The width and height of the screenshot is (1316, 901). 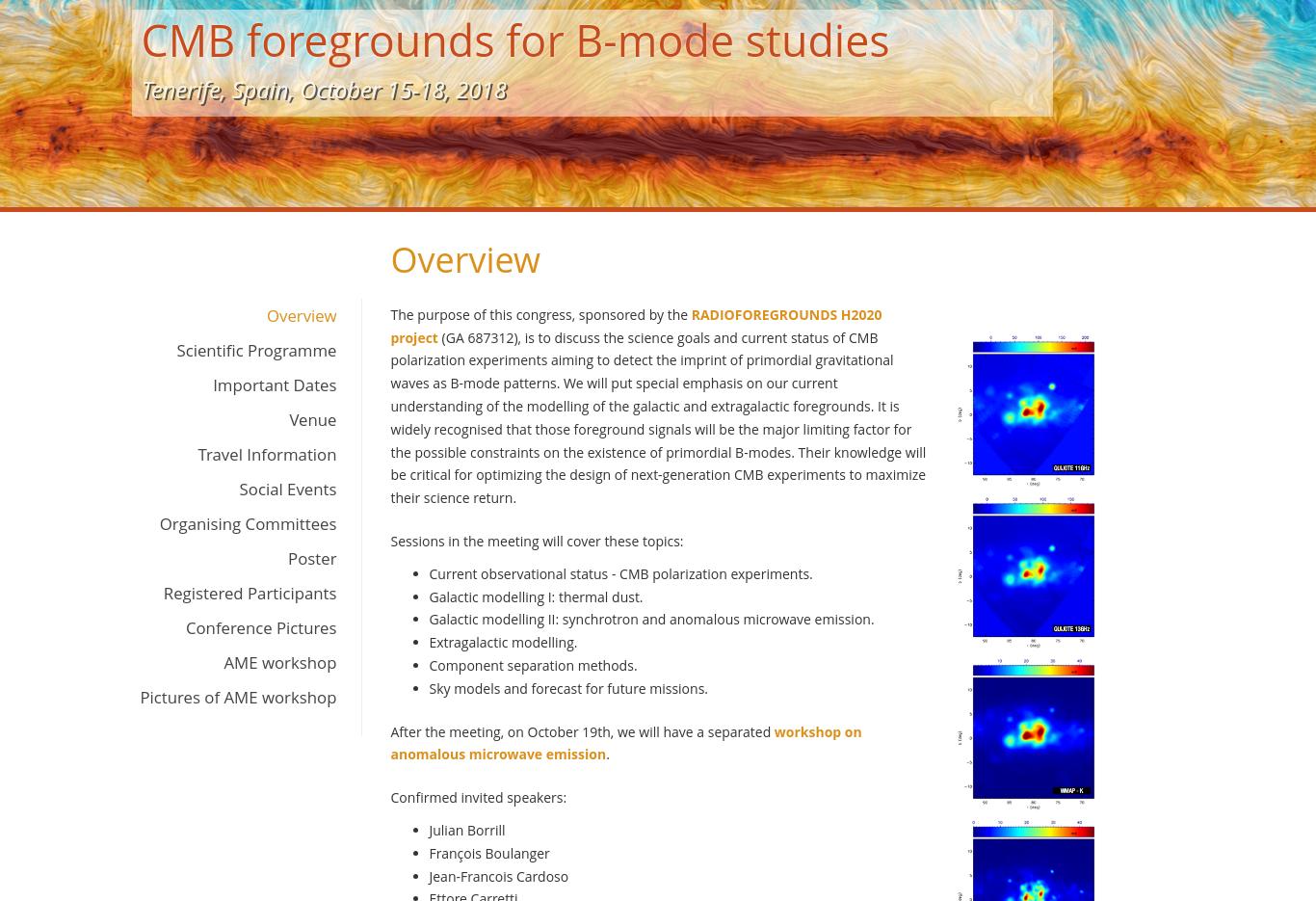 I want to click on 'Poster', so click(x=312, y=558).